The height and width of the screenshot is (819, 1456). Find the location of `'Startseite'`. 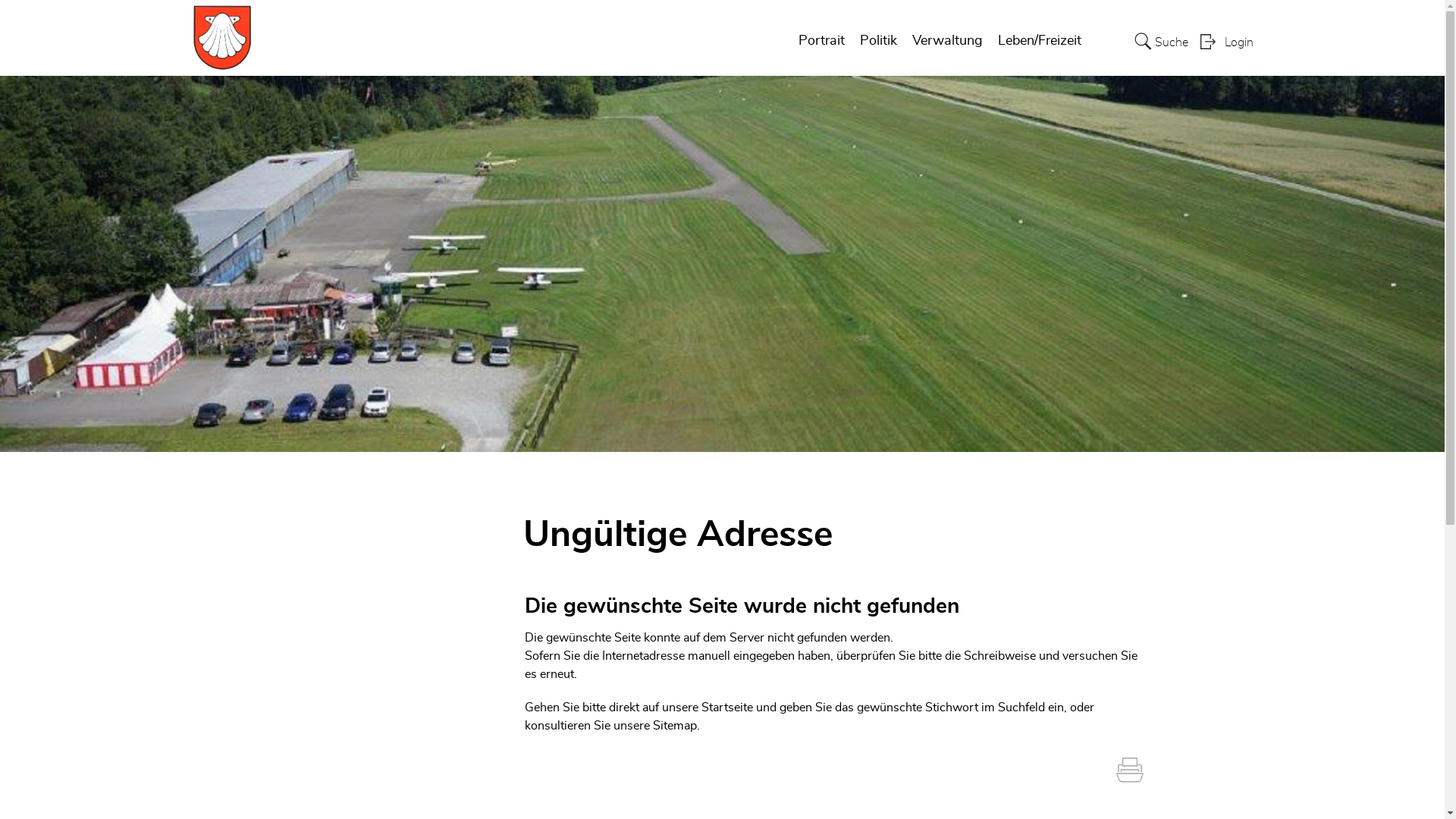

'Startseite' is located at coordinates (726, 708).